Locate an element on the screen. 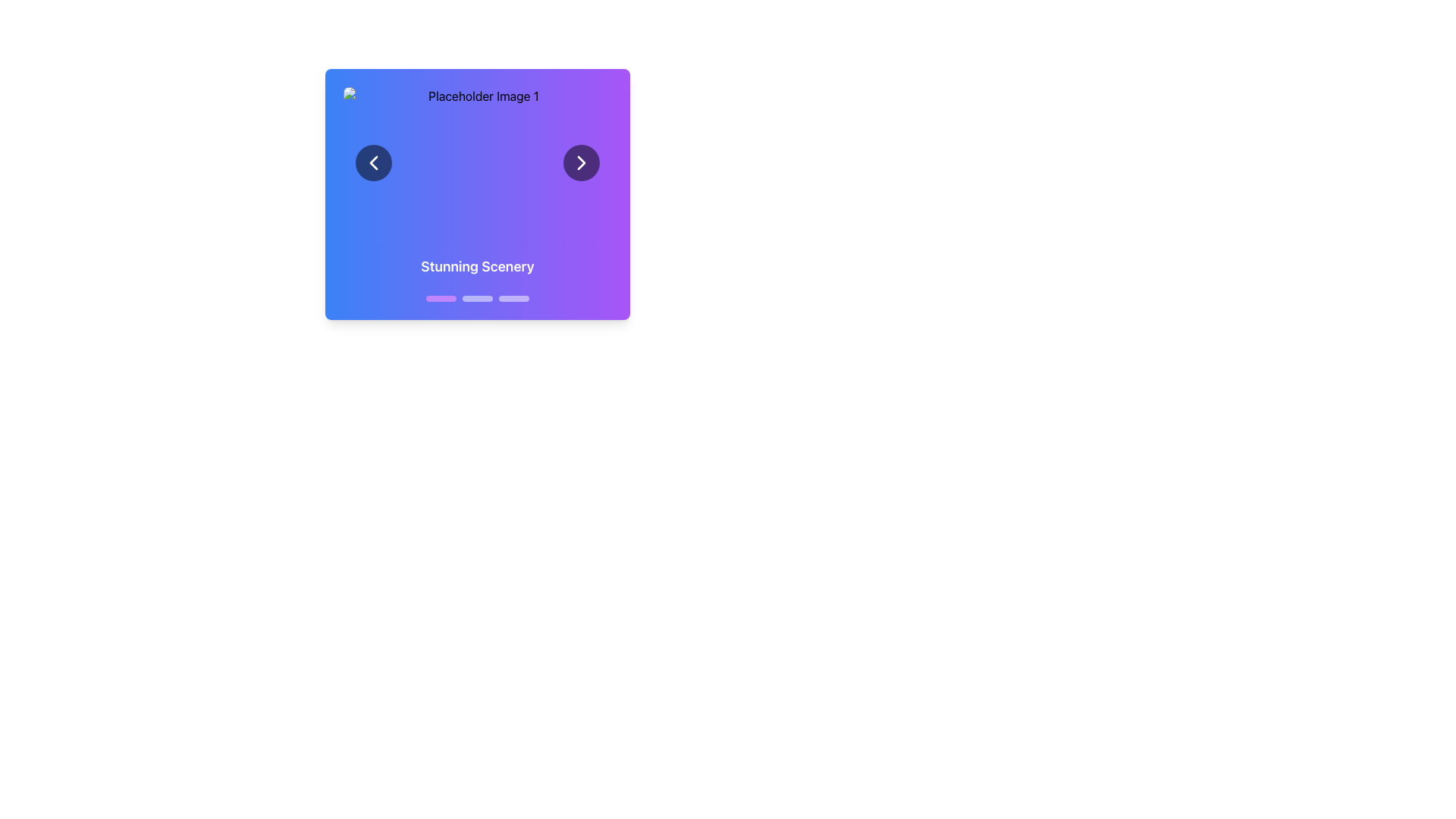  the second oval of the Pagination Indicator, which is purple and located below the text 'Stunning Scenery' is located at coordinates (476, 298).